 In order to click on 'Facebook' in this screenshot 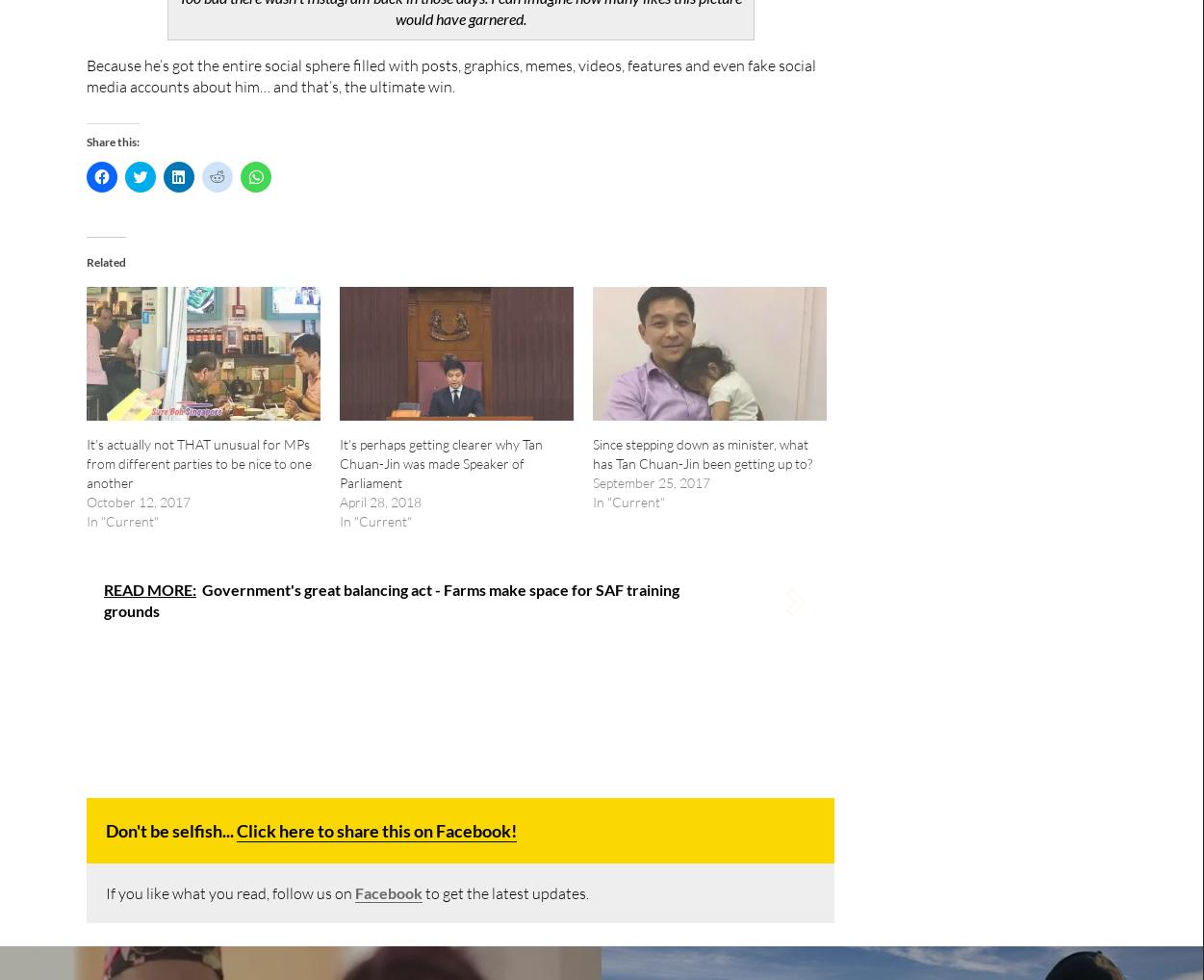, I will do `click(387, 890)`.